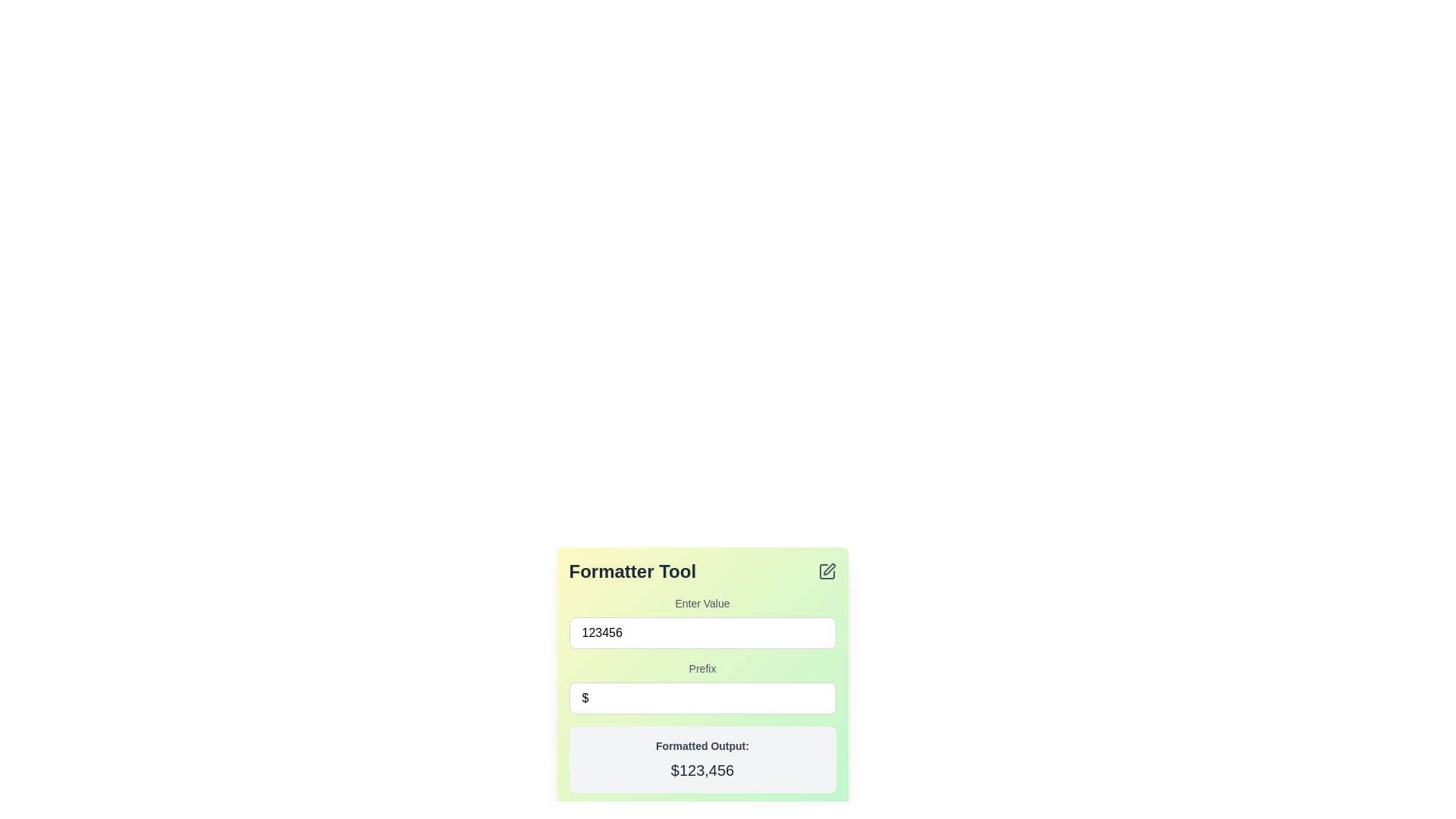  Describe the element at coordinates (701, 698) in the screenshot. I see `text within the text input field located below the 'Prefix' label, allowing users` at that location.